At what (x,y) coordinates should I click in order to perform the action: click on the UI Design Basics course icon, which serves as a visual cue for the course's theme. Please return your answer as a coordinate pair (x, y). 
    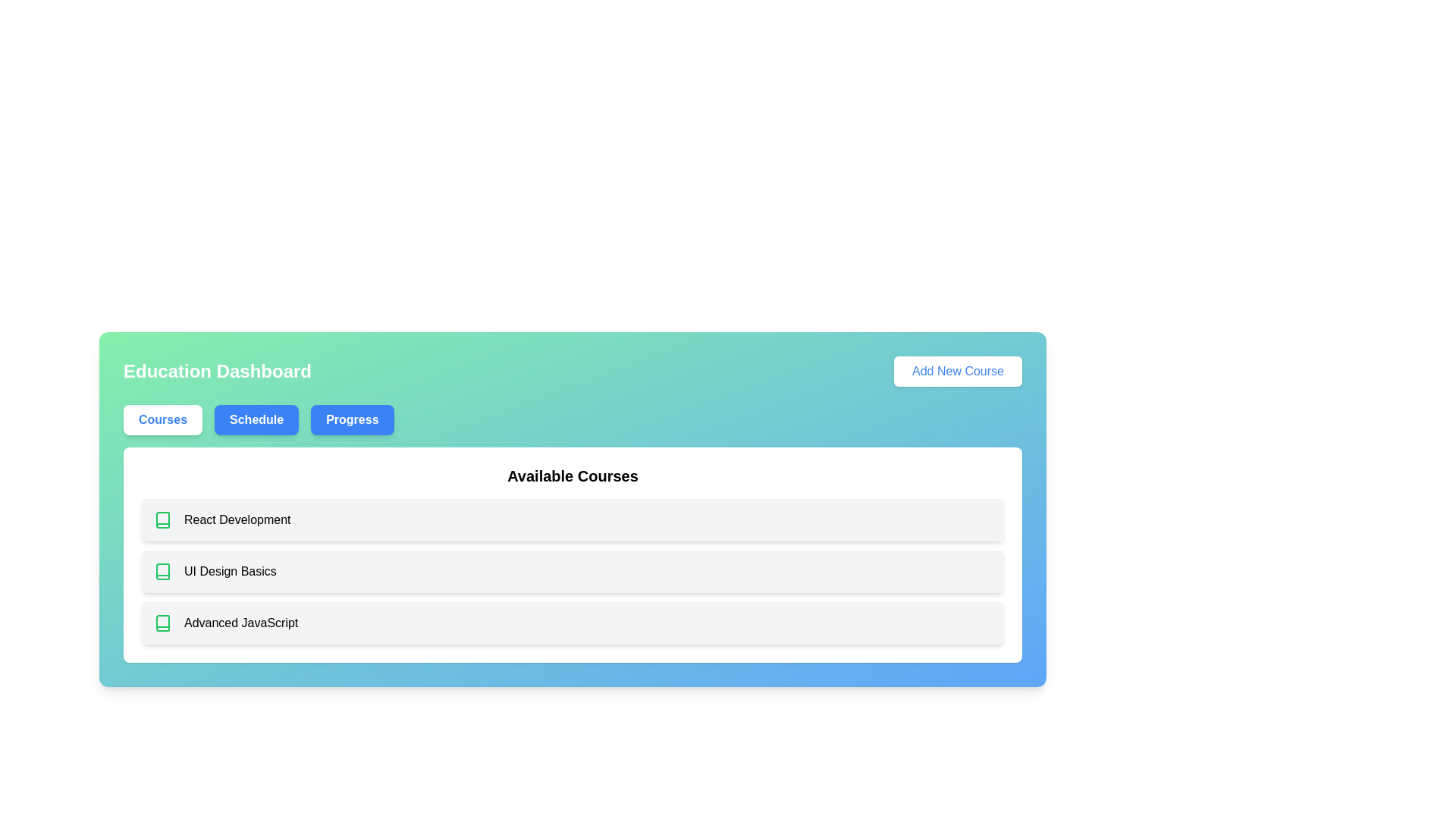
    Looking at the image, I should click on (163, 571).